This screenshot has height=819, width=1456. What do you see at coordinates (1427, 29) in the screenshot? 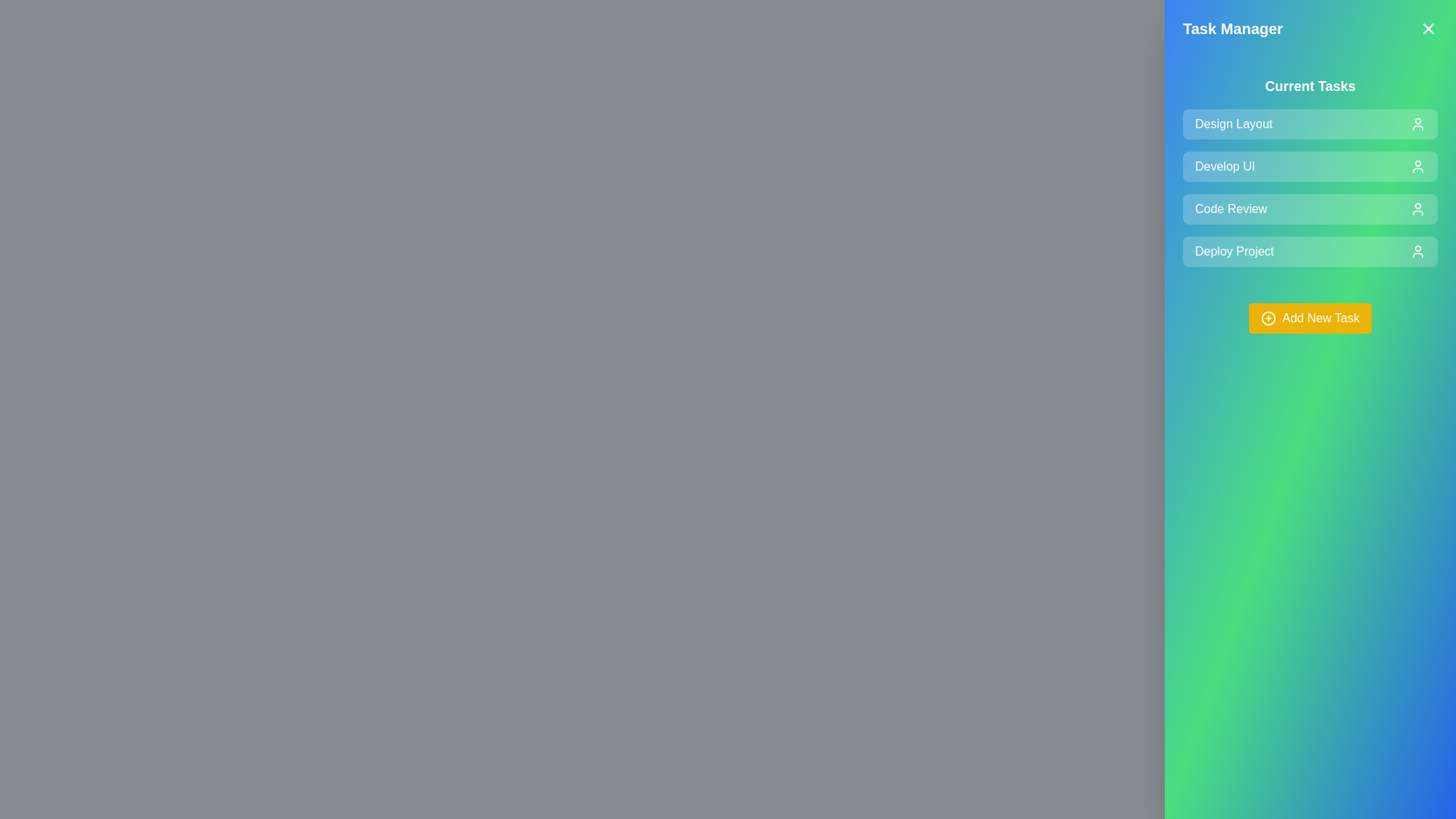
I see `the 'X' button in the top-right corner of the 'Task Manager' panel to observe its hover style` at bounding box center [1427, 29].